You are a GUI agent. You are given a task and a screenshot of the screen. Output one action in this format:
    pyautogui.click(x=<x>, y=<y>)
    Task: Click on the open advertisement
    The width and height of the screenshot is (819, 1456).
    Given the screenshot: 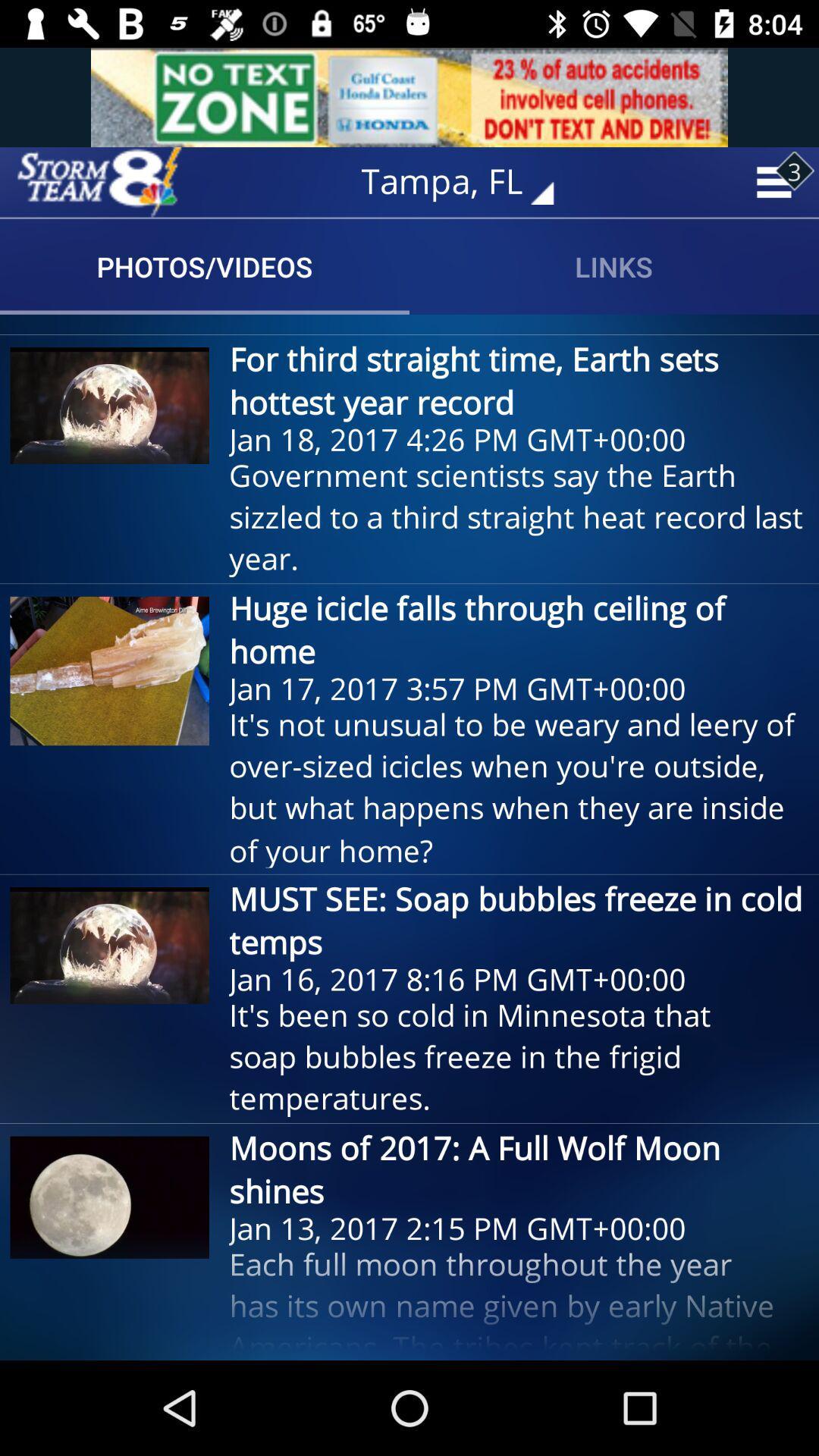 What is the action you would take?
    pyautogui.click(x=409, y=96)
    